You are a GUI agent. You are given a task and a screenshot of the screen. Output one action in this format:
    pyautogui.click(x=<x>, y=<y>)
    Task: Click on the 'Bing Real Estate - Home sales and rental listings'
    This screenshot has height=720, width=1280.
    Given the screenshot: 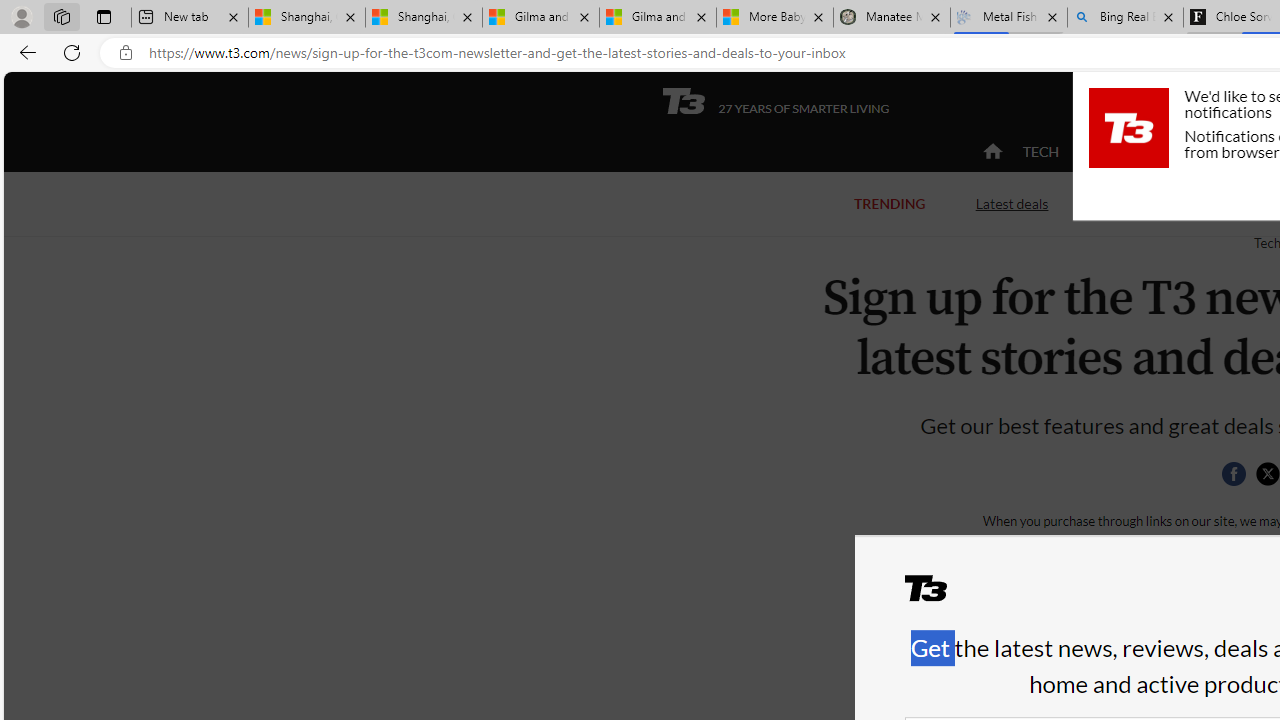 What is the action you would take?
    pyautogui.click(x=1125, y=17)
    